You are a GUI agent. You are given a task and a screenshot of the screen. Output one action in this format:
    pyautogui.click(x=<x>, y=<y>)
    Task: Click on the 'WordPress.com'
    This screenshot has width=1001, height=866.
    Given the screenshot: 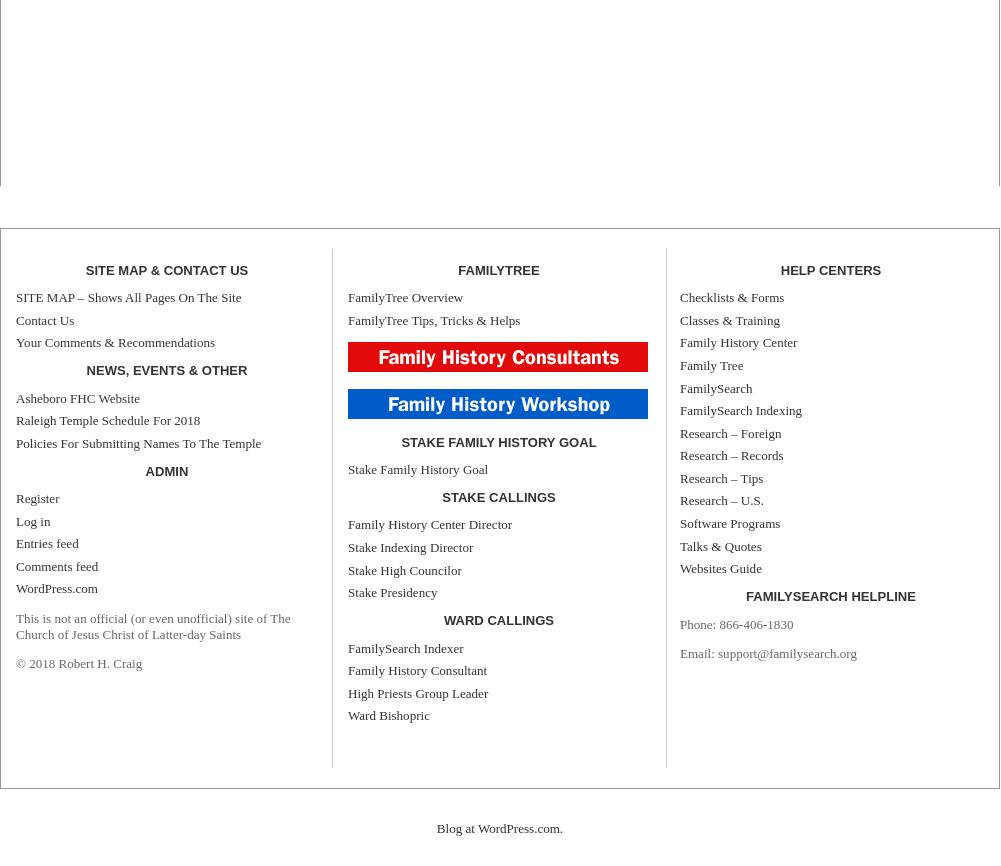 What is the action you would take?
    pyautogui.click(x=56, y=588)
    